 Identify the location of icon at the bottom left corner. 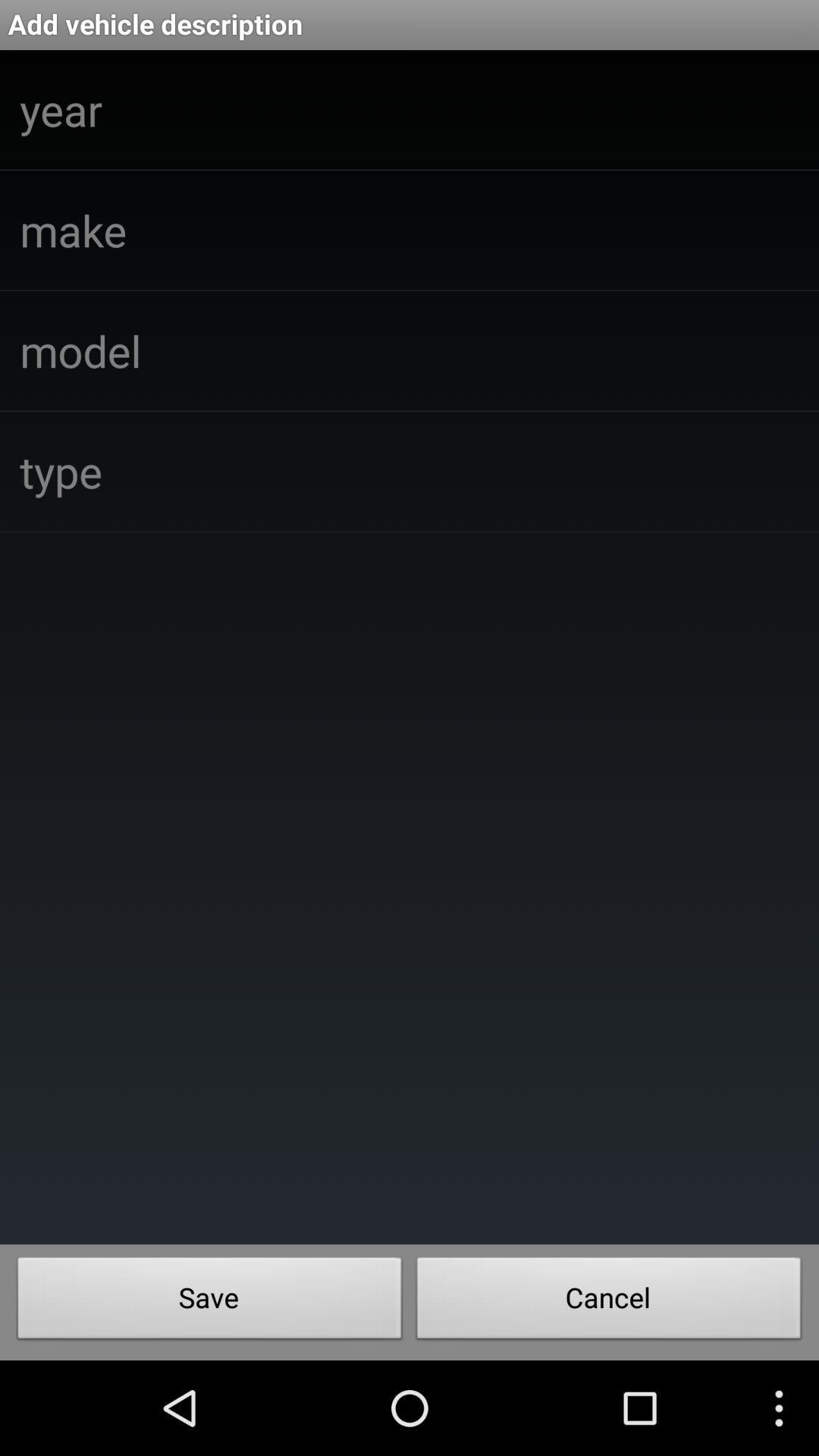
(209, 1301).